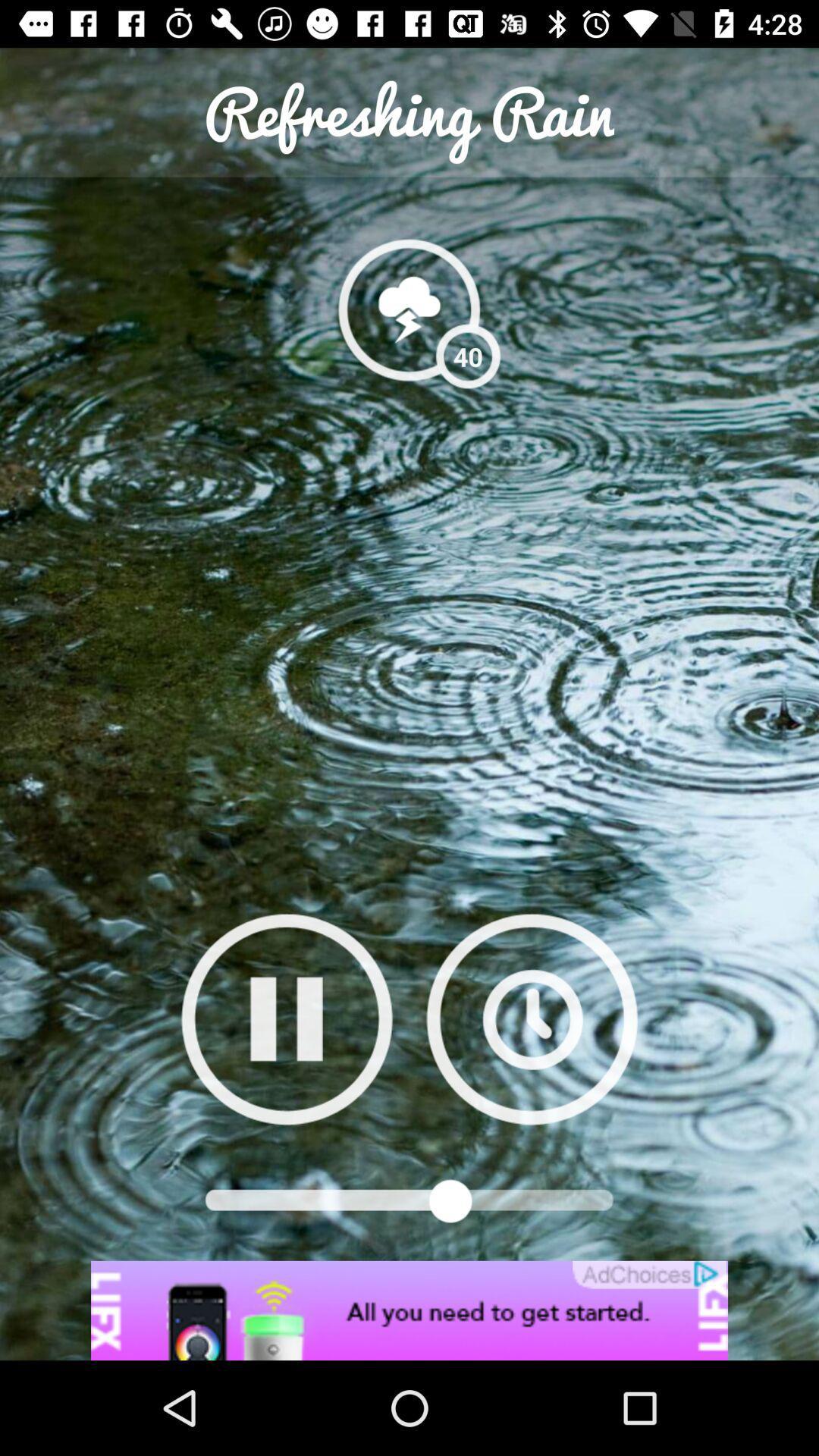 Image resolution: width=819 pixels, height=1456 pixels. What do you see at coordinates (409, 1310) in the screenshot?
I see `the advertisement` at bounding box center [409, 1310].